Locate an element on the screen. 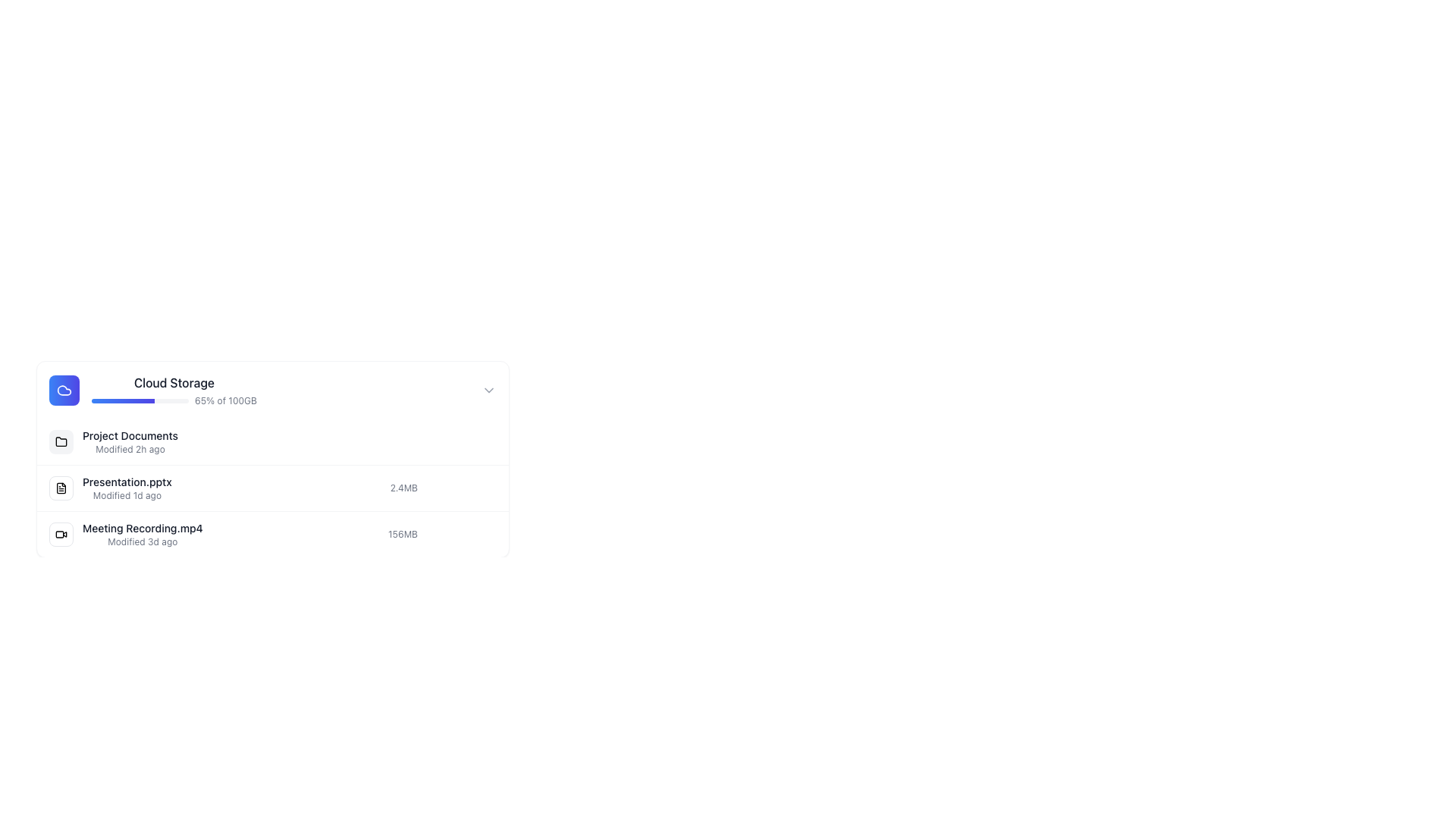  the 'Project Documents' folder element with a folder icon and associated metadata is located at coordinates (112, 441).